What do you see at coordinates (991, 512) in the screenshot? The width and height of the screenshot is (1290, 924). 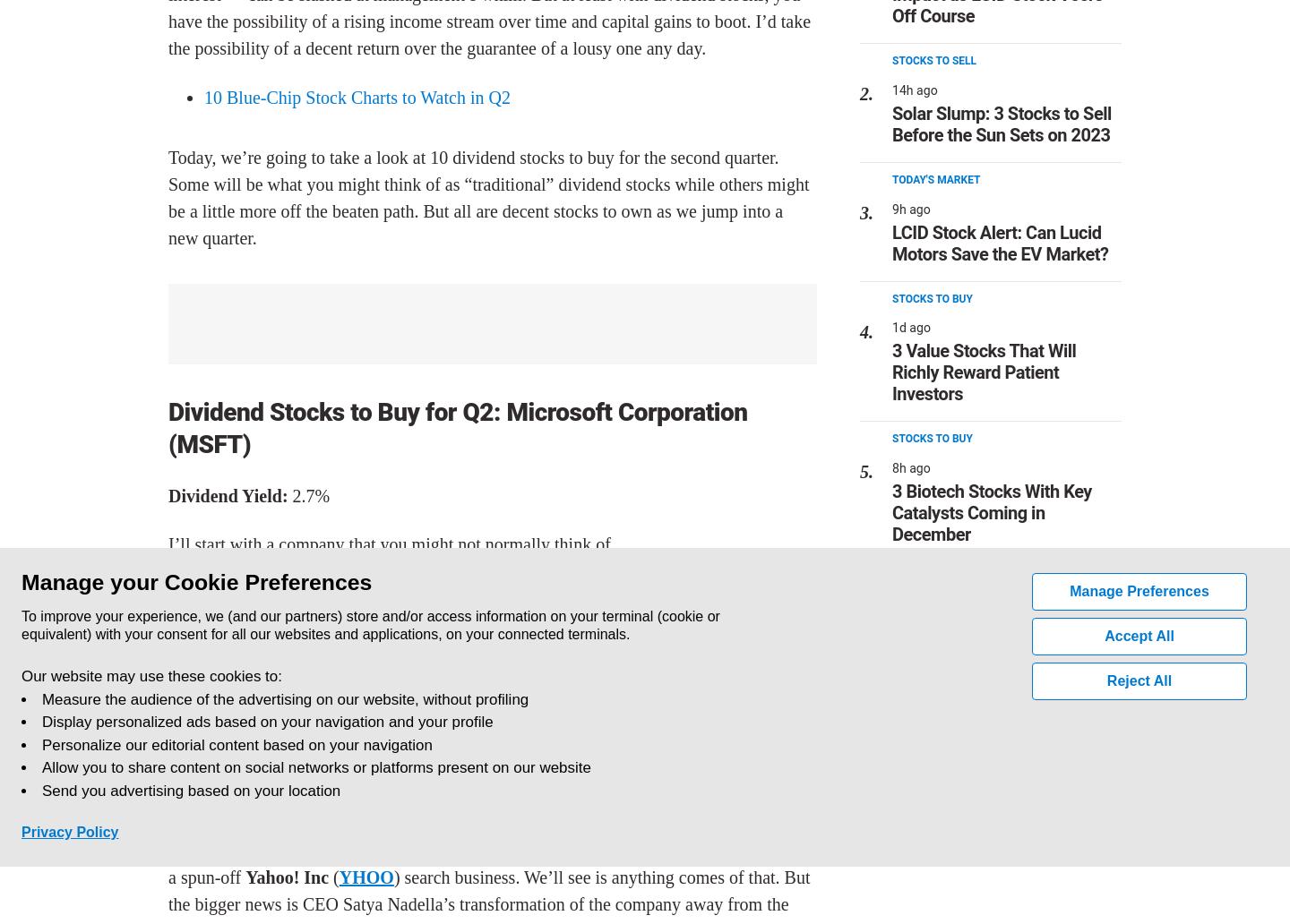 I see `'3 Biotech Stocks With Key Catalysts Coming in December'` at bounding box center [991, 512].